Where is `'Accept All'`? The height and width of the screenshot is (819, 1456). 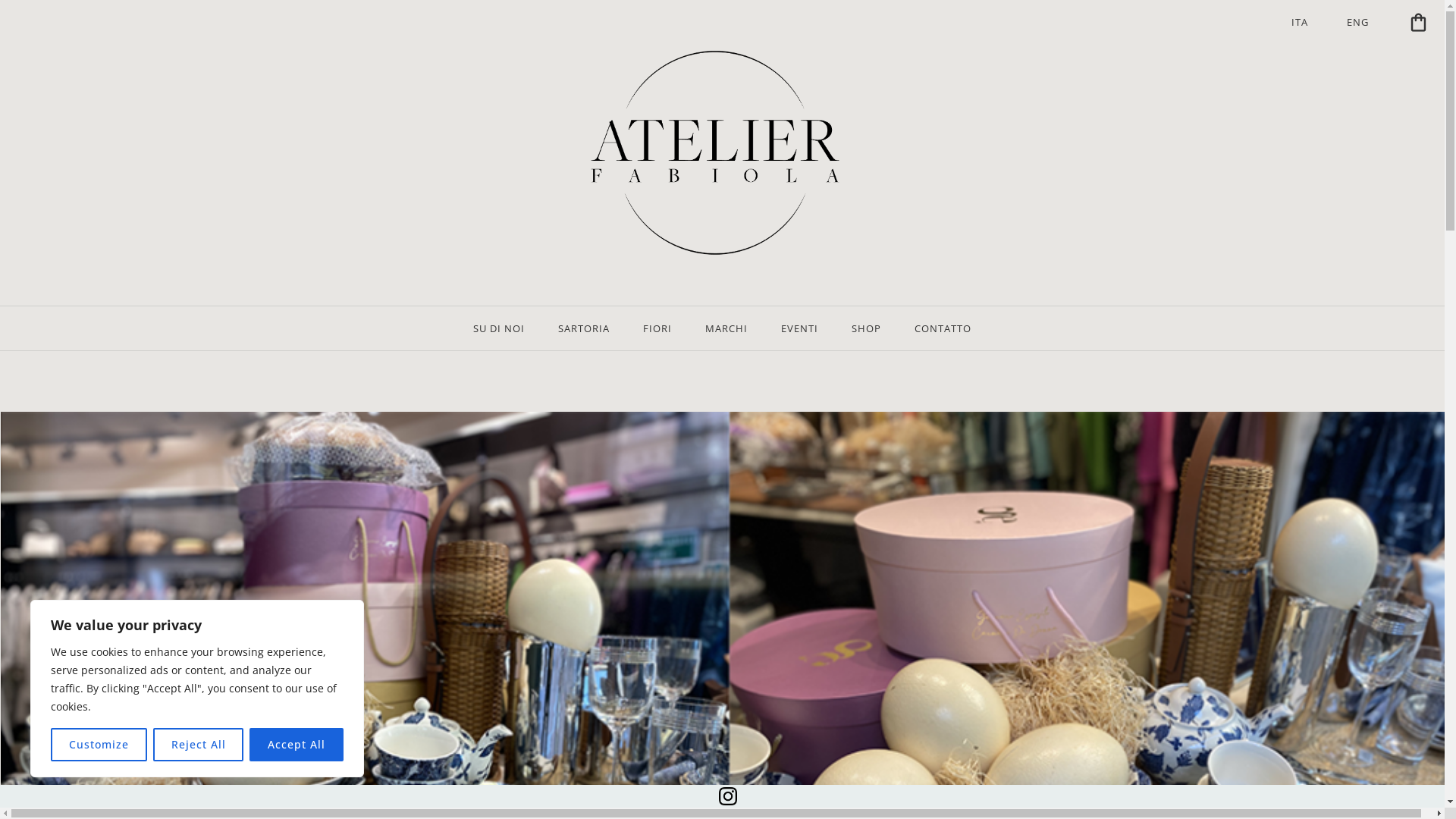 'Accept All' is located at coordinates (296, 744).